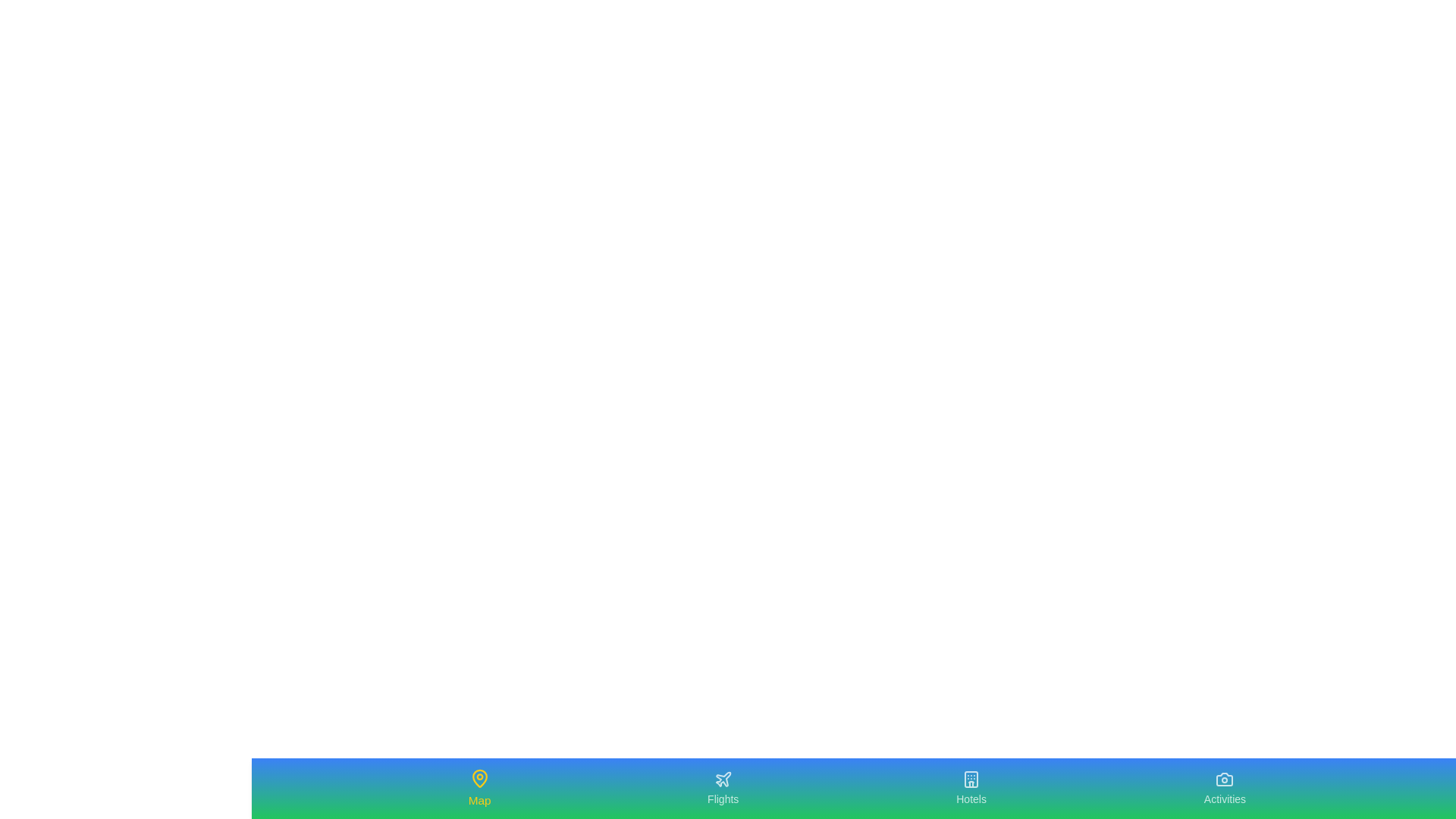 This screenshot has height=819, width=1456. I want to click on the Hotels tab to navigate to the corresponding section, so click(971, 788).